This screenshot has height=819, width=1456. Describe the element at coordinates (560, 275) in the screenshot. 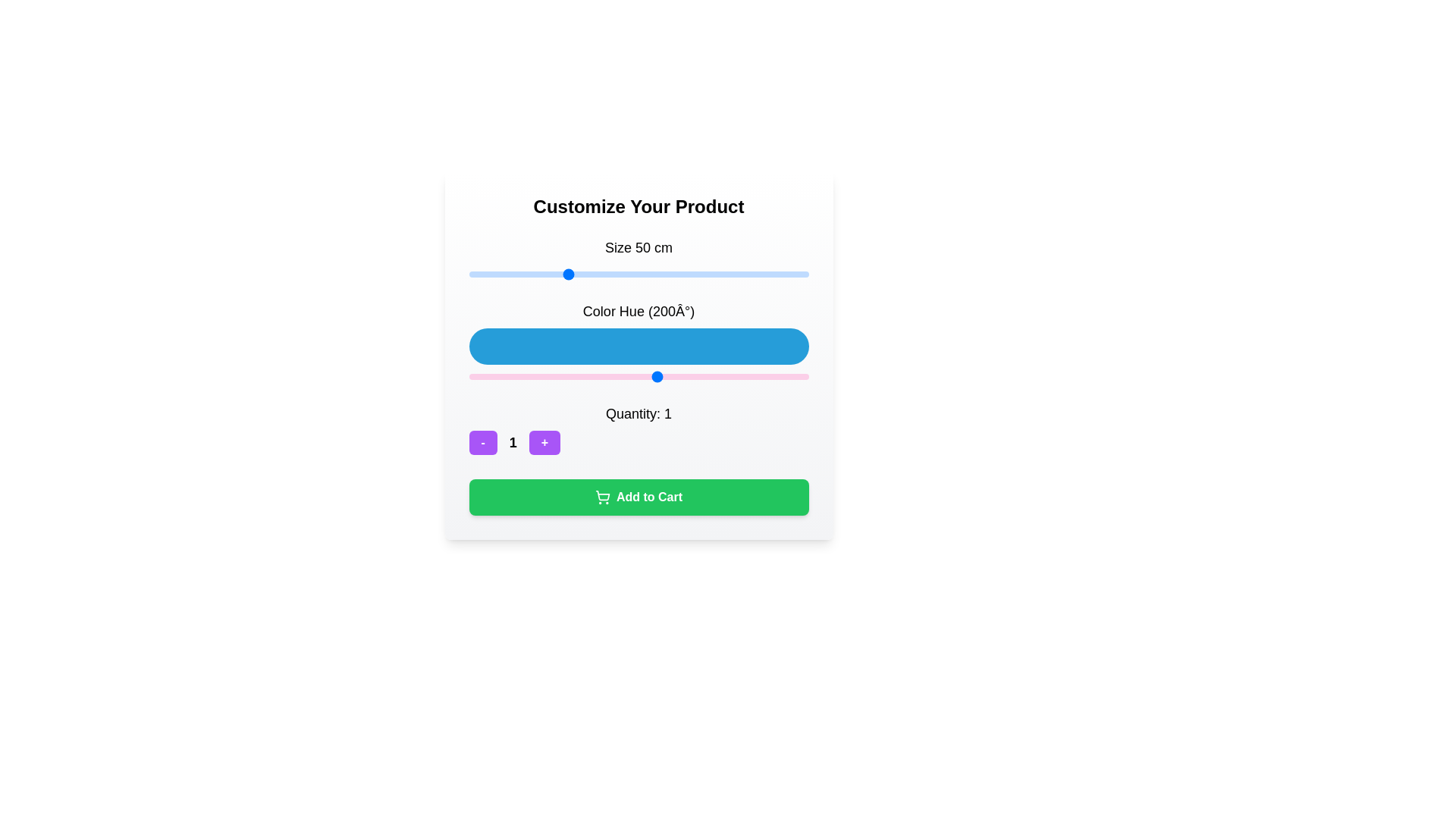

I see `the size` at that location.